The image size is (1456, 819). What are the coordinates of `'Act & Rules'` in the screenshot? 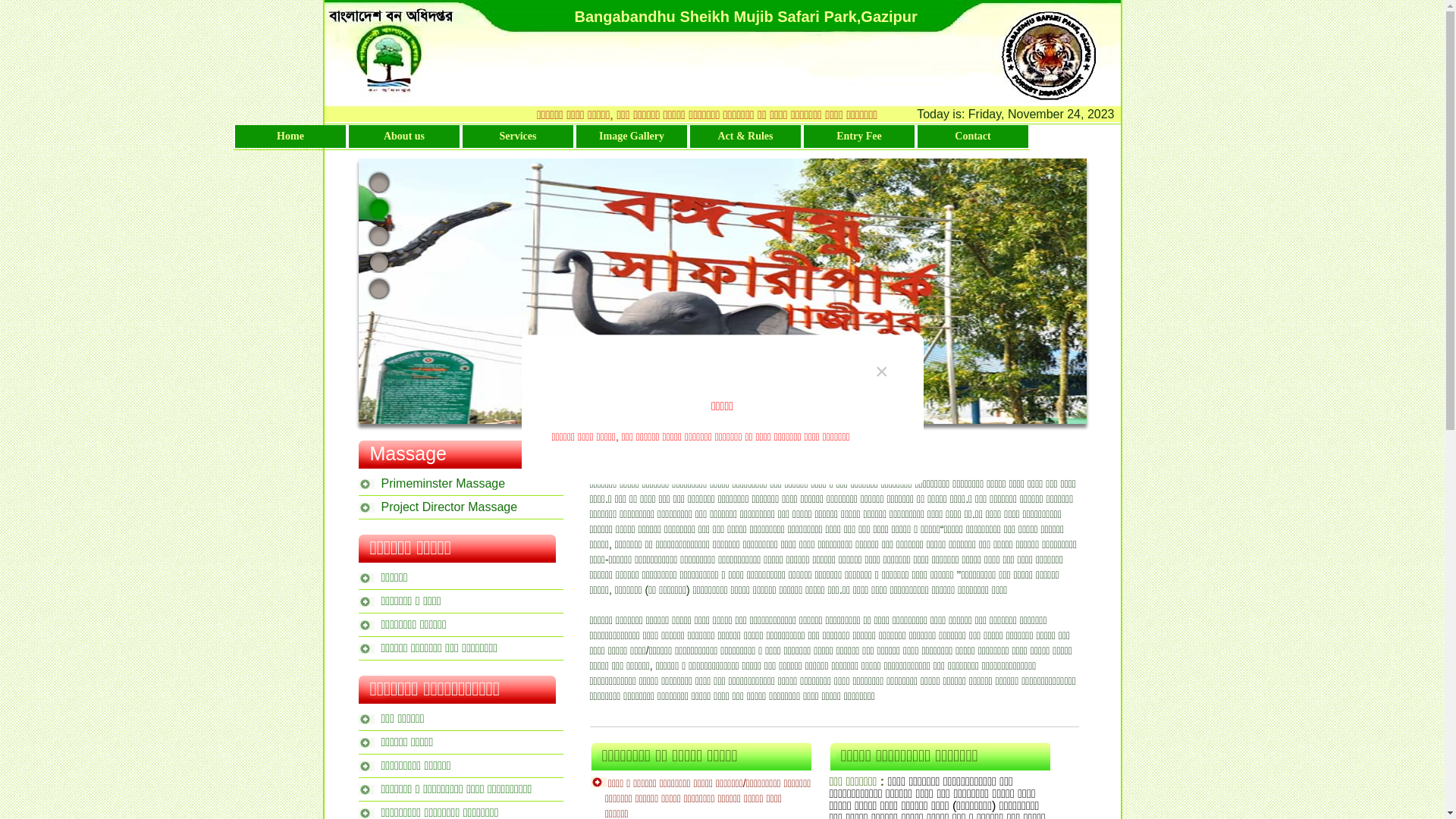 It's located at (689, 136).